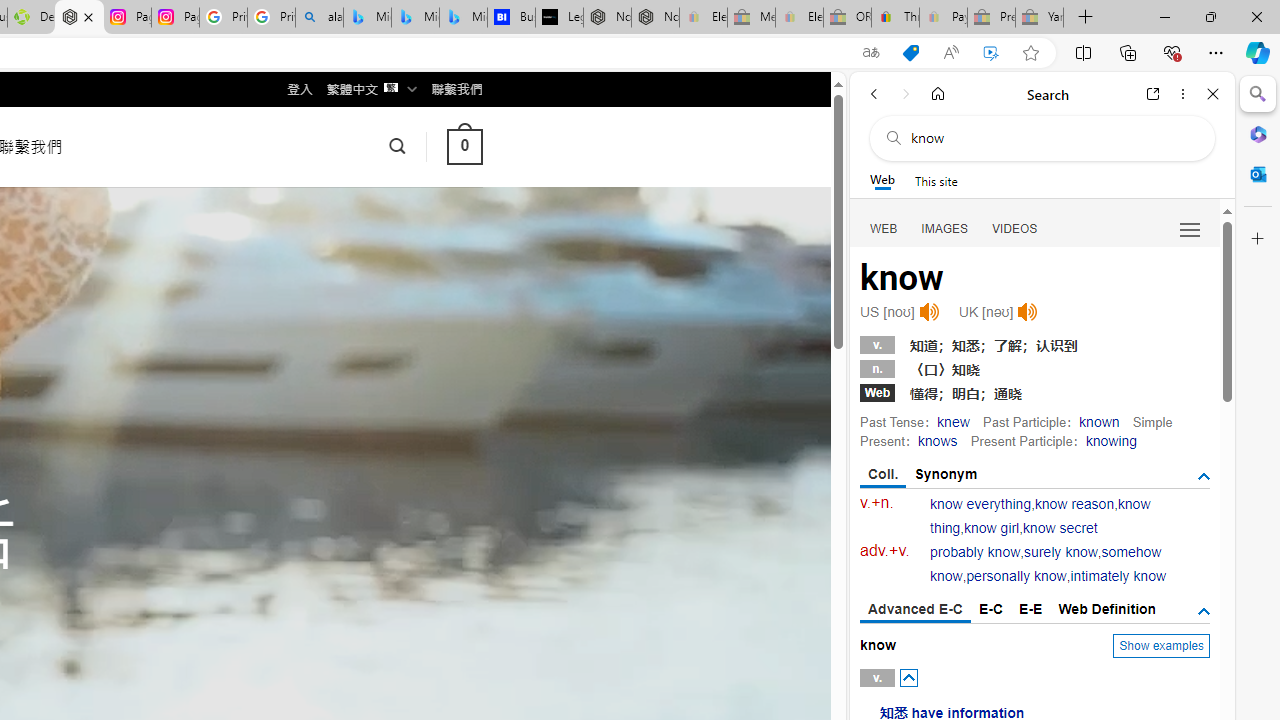  Describe the element at coordinates (1015, 227) in the screenshot. I see `'Search Filter, VIDEOS'` at that location.